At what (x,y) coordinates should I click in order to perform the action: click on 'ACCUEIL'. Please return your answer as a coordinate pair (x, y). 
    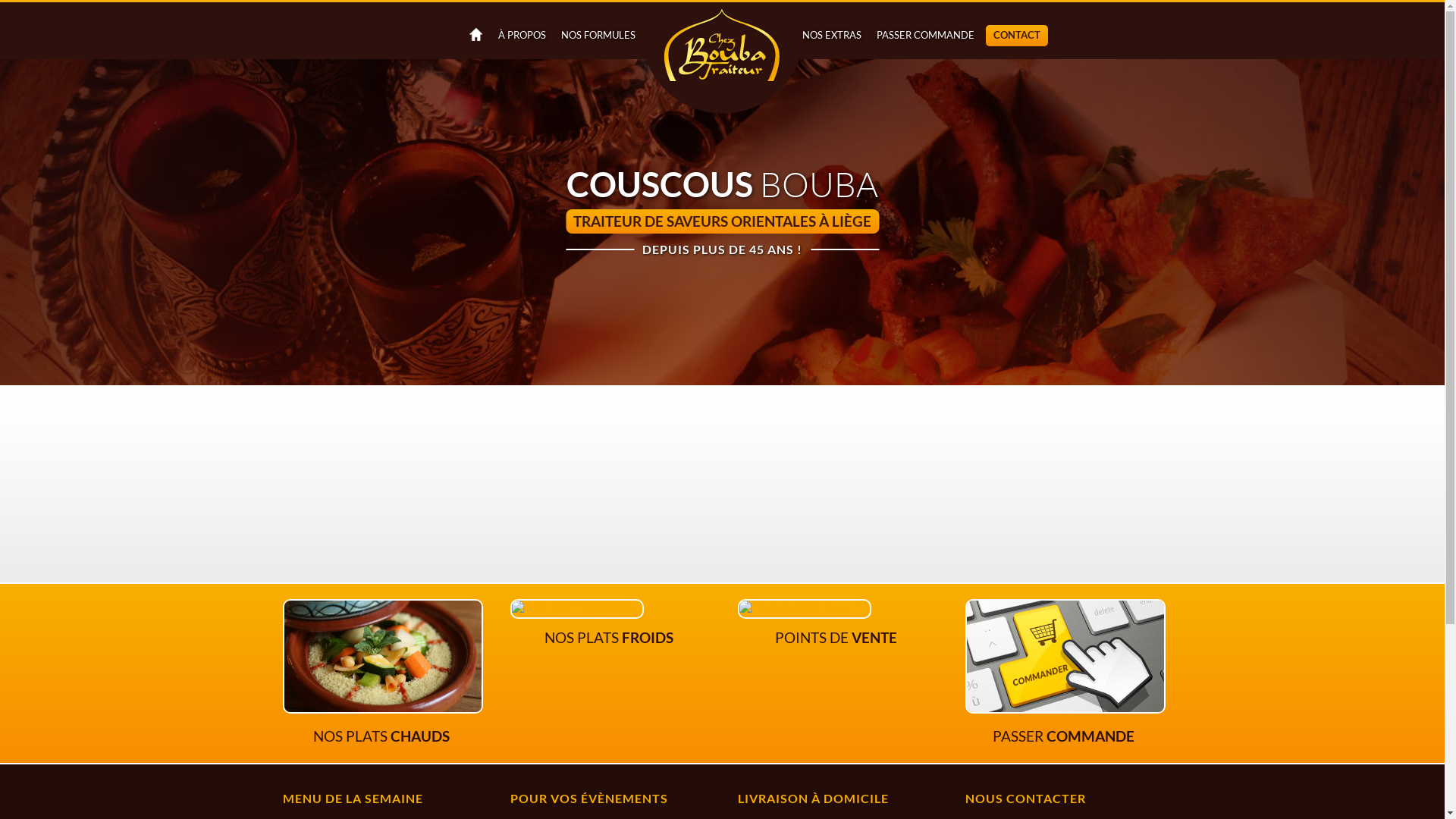
    Looking at the image, I should click on (472, 34).